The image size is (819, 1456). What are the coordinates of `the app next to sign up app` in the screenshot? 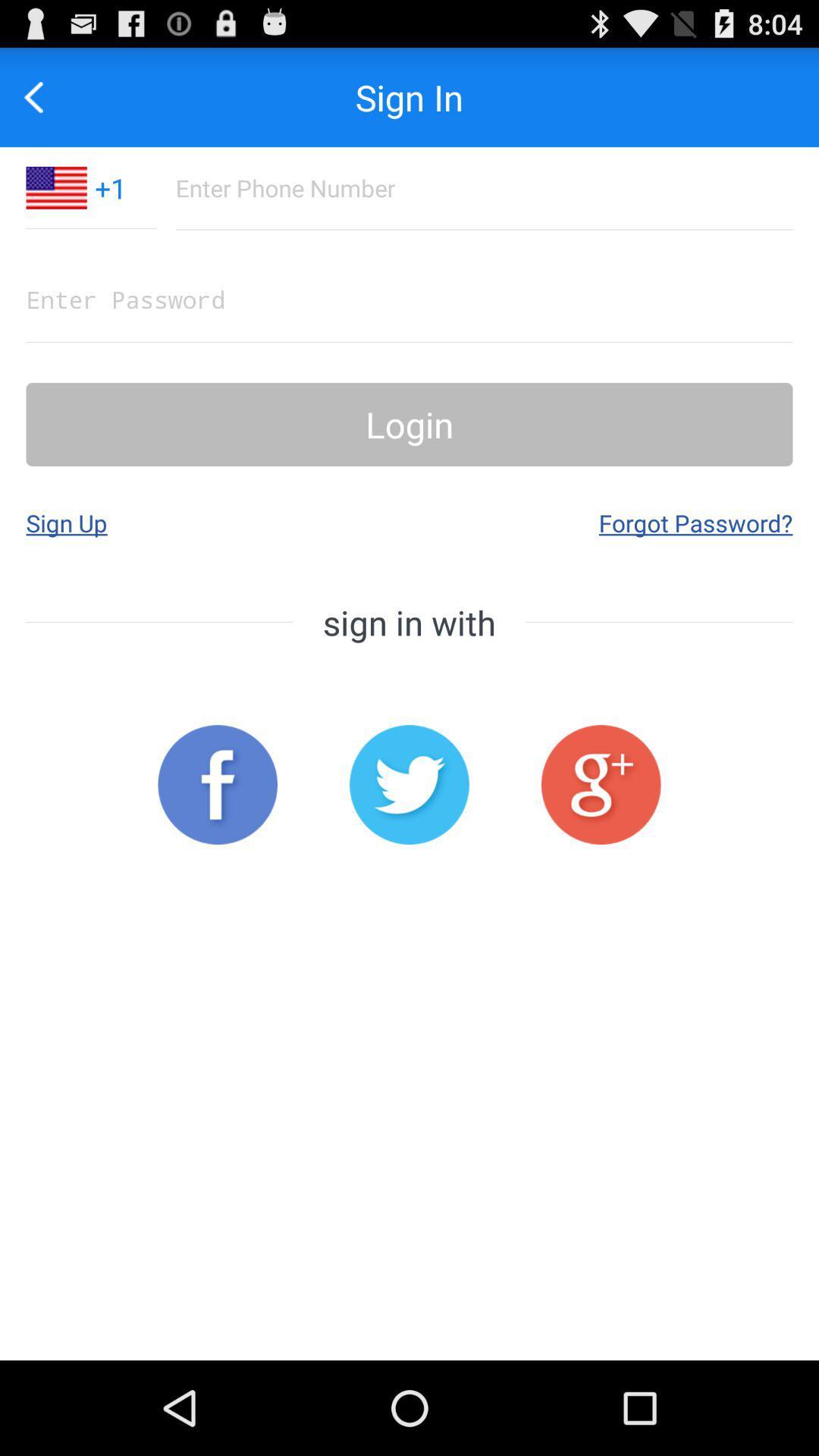 It's located at (695, 522).